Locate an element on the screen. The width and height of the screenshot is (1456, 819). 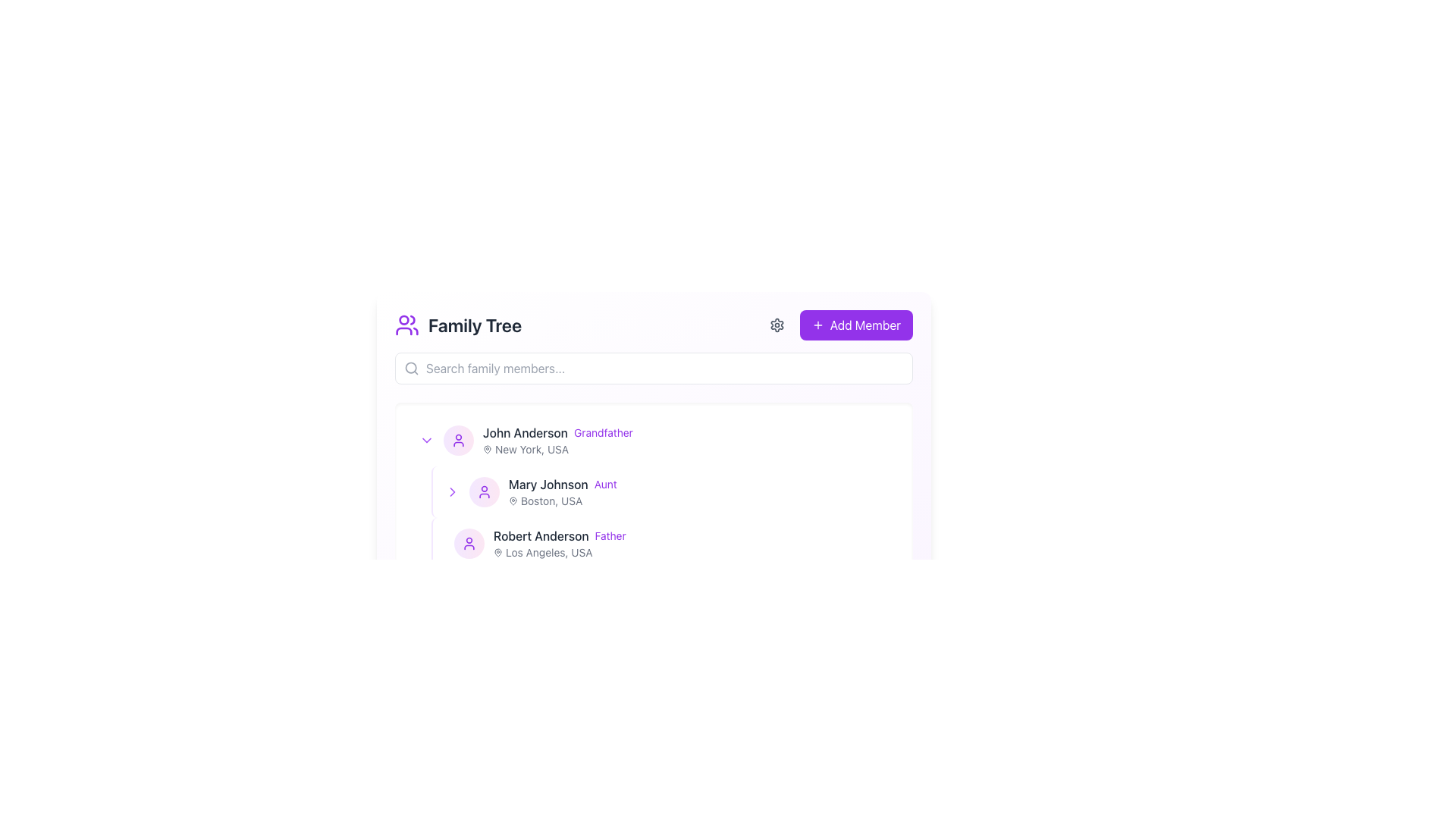
the third list entry for 'Robert Anderson' in the vertical list is located at coordinates (654, 543).